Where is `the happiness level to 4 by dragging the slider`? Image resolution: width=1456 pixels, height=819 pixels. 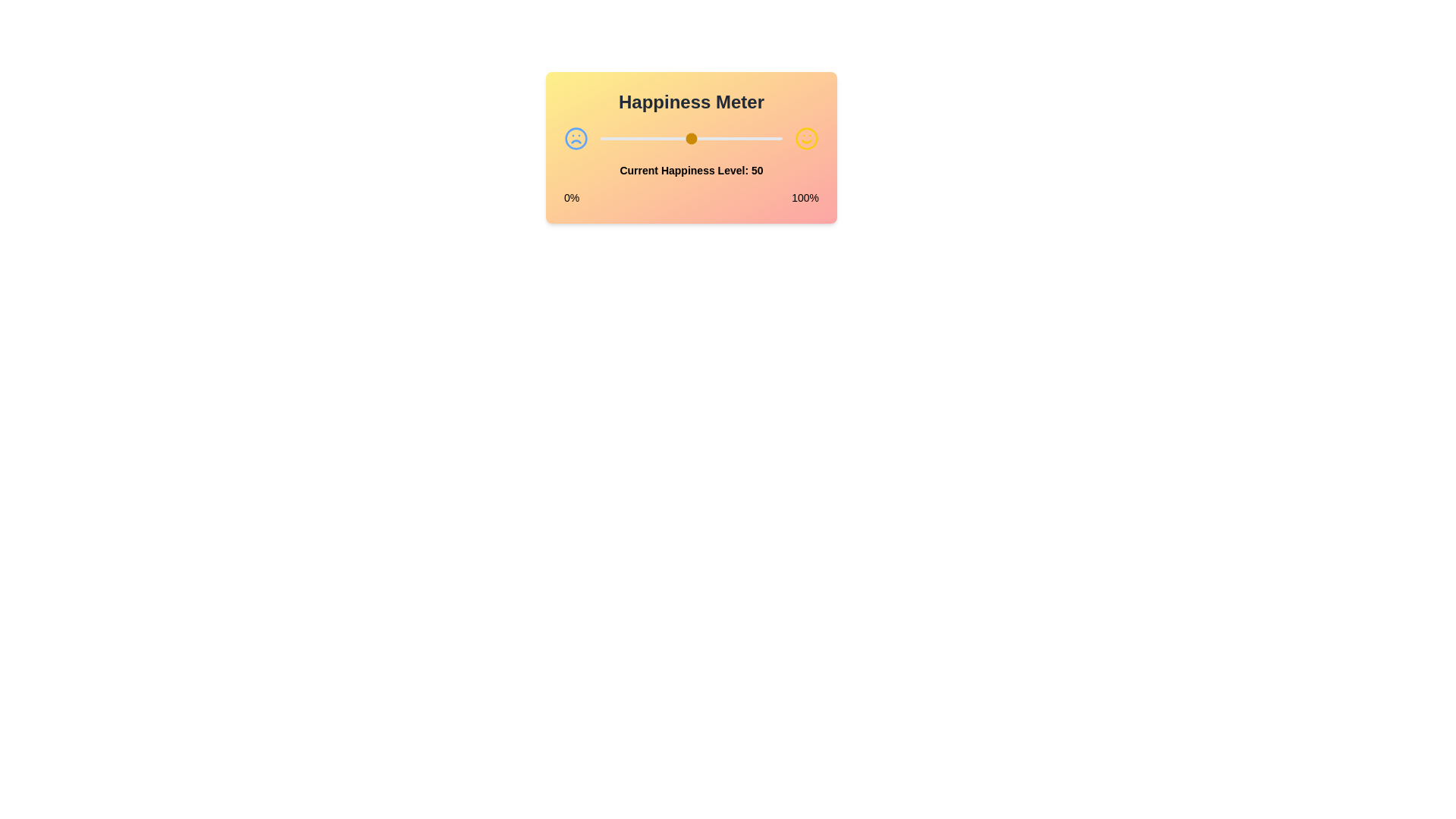 the happiness level to 4 by dragging the slider is located at coordinates (607, 138).